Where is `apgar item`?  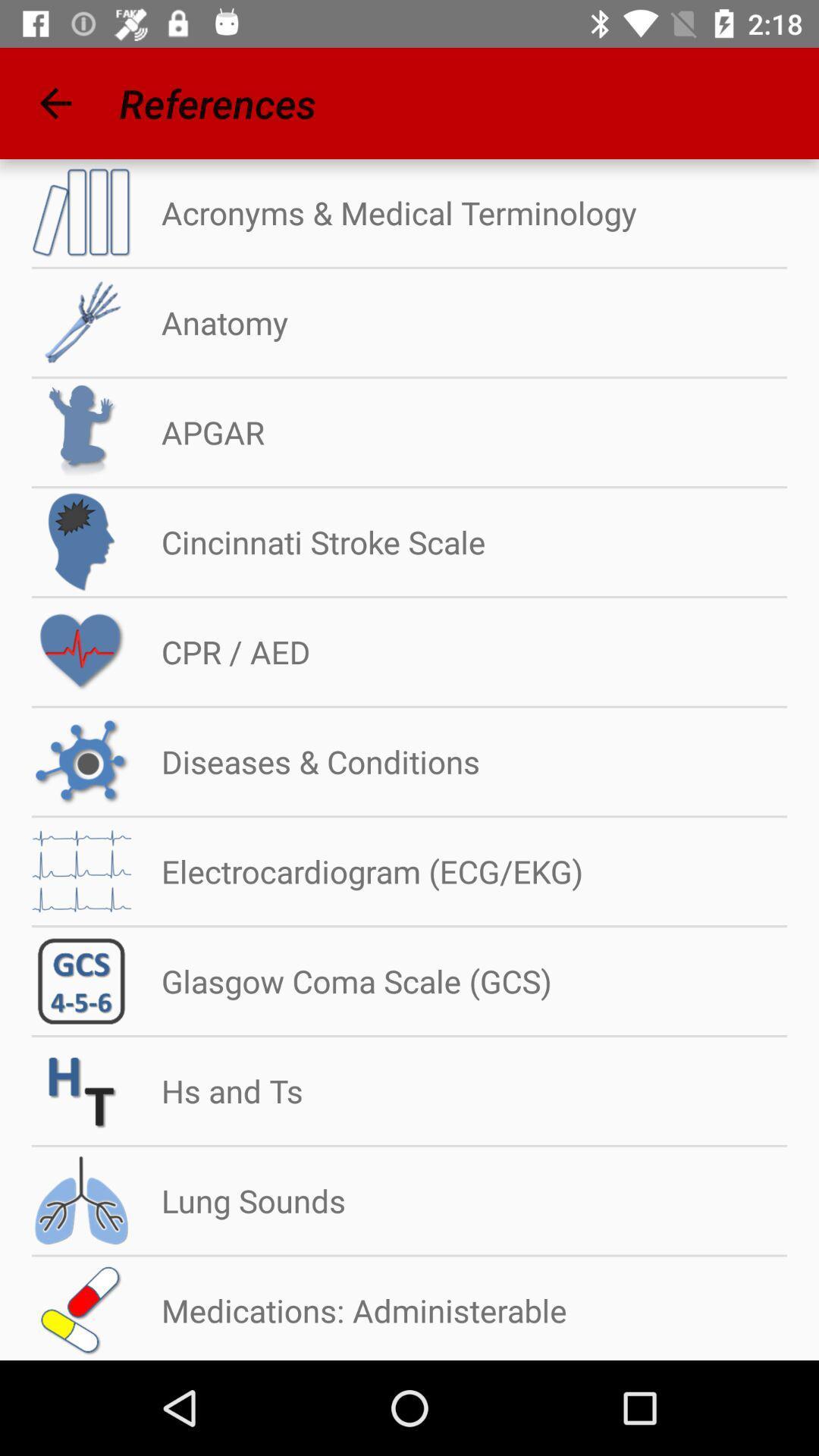
apgar item is located at coordinates (197, 431).